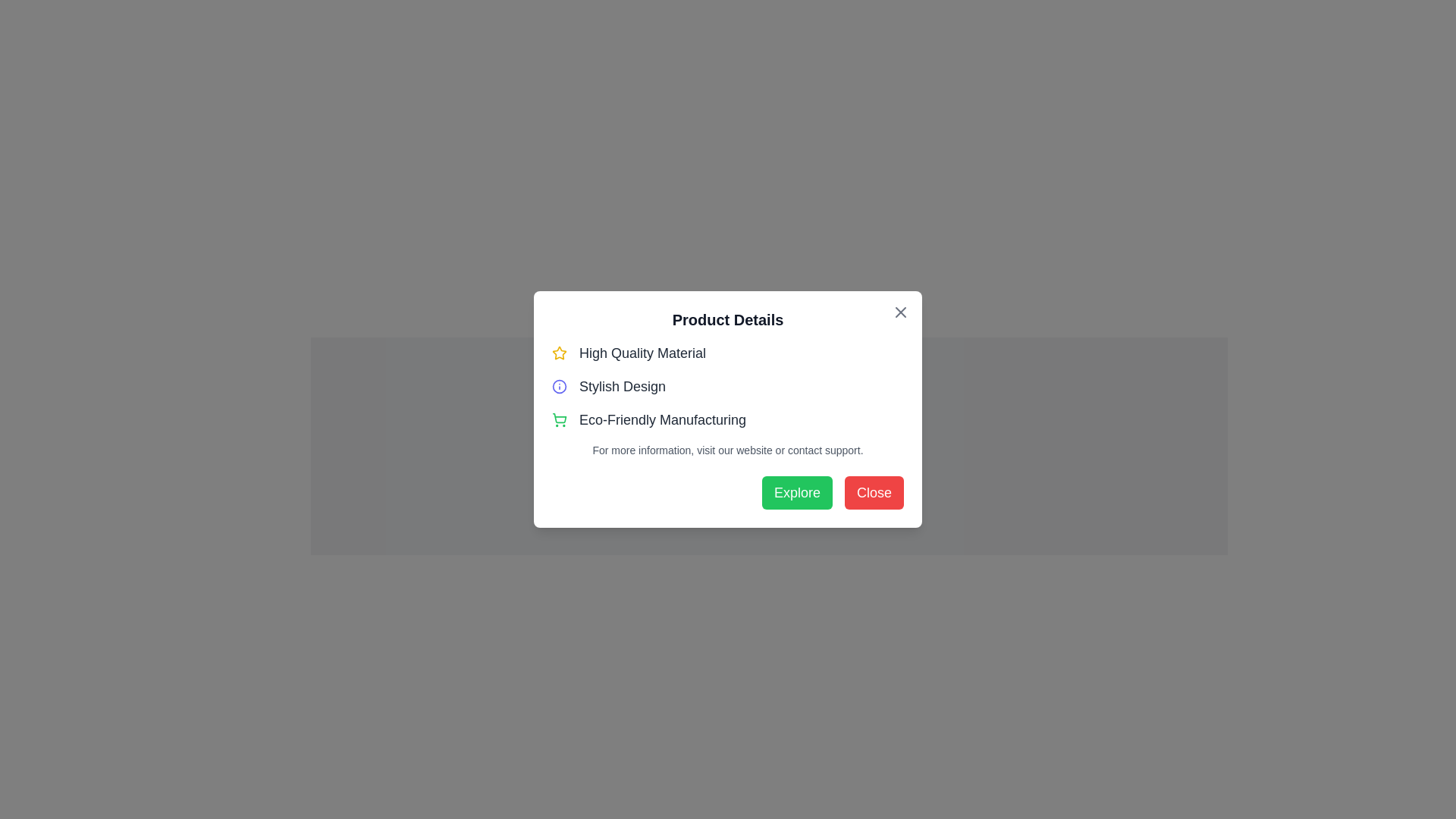 This screenshot has height=819, width=1456. I want to click on the text label that describes the eco-friendly manufacturing feature, which is the third item in the 'Product Details' modal list, so click(662, 420).